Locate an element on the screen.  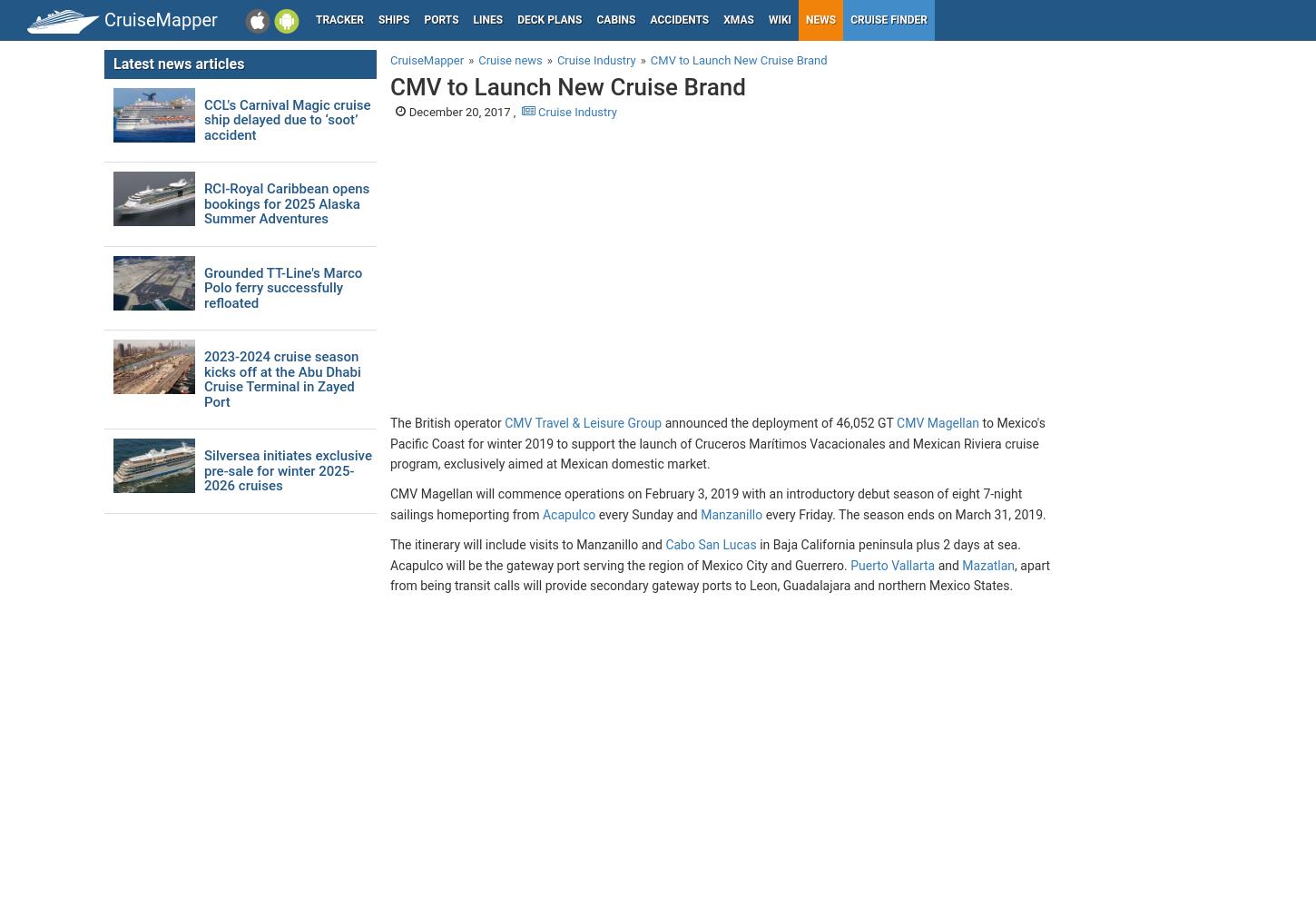
'CMV Magellan will commence operations on February 3, 2019 with an introductory debut season of eight 7-night sailings homeporting from' is located at coordinates (706, 504).